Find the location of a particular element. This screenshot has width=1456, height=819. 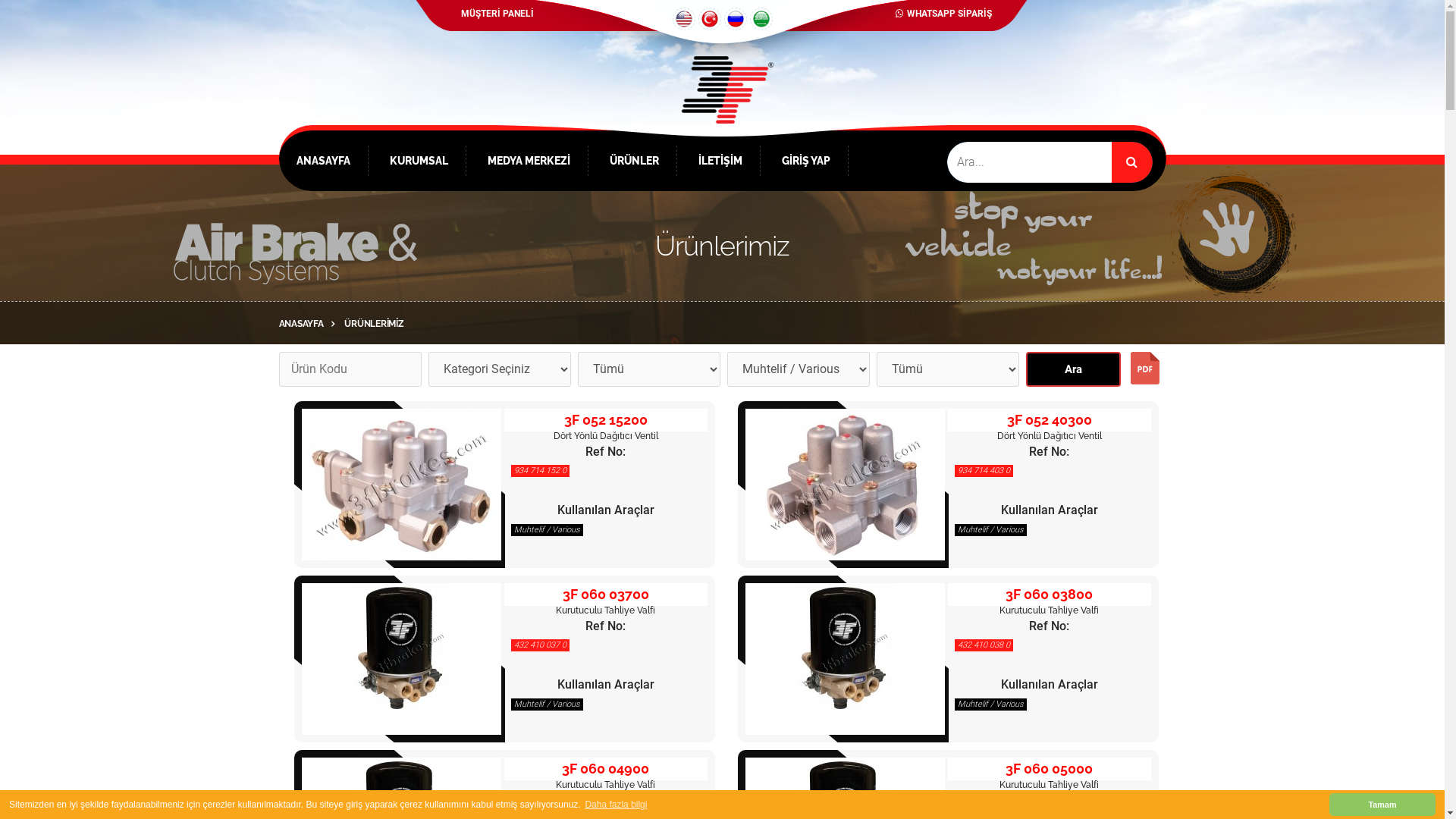

'TR' is located at coordinates (697, 18).